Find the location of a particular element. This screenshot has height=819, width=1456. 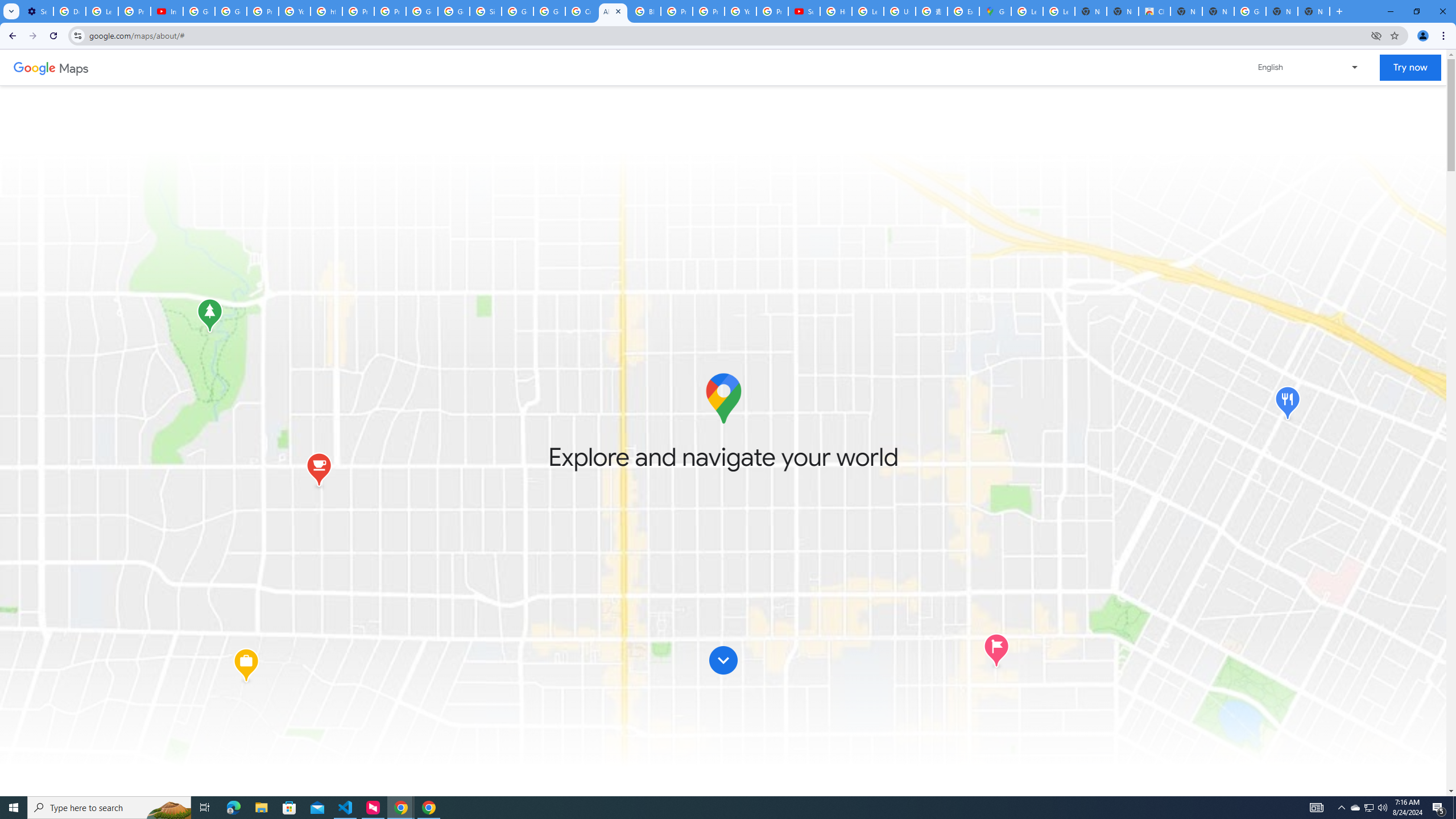

'Sign in - Google Accounts' is located at coordinates (485, 11).